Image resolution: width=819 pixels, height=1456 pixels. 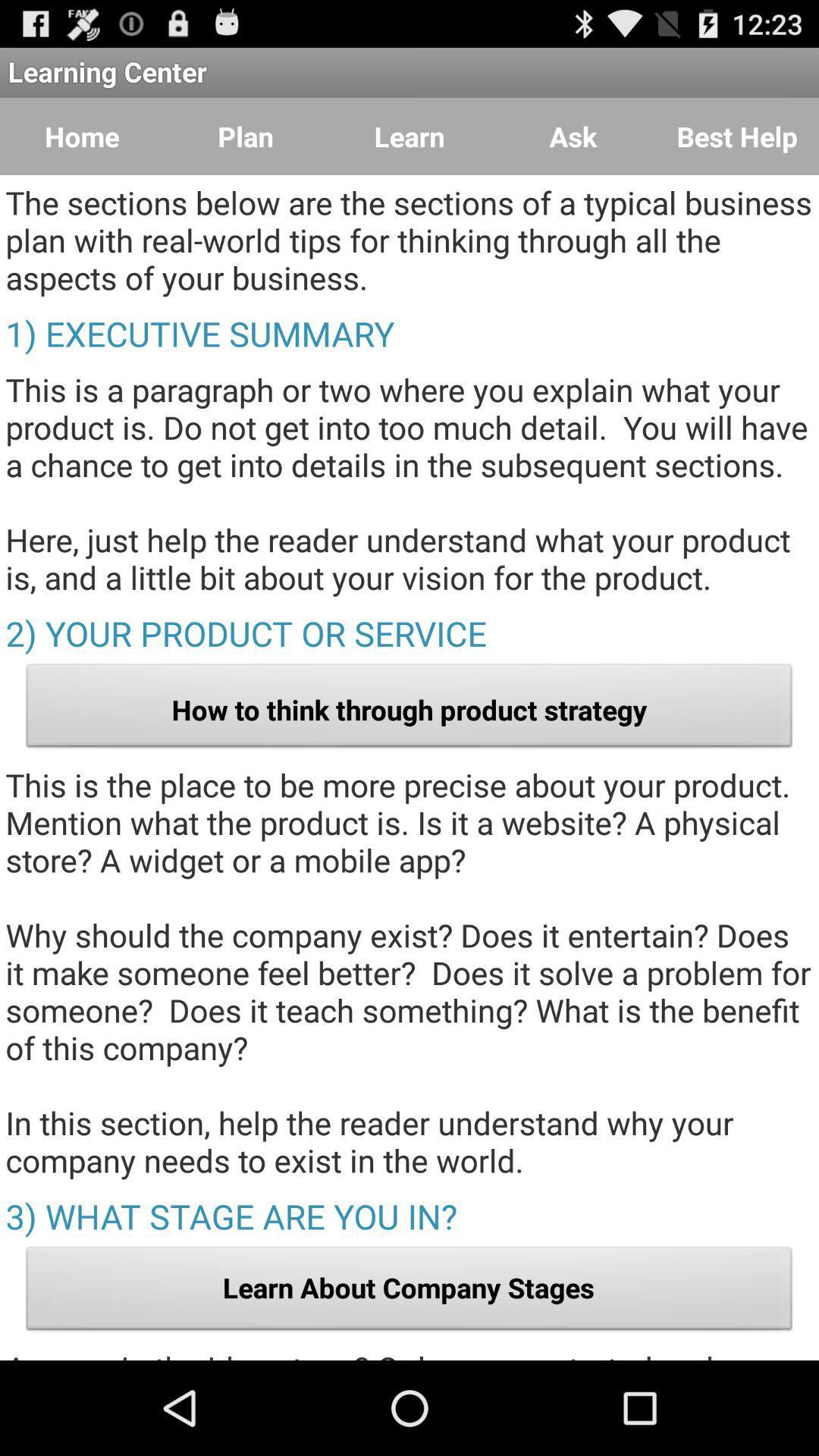 What do you see at coordinates (573, 136) in the screenshot?
I see `ask icon` at bounding box center [573, 136].